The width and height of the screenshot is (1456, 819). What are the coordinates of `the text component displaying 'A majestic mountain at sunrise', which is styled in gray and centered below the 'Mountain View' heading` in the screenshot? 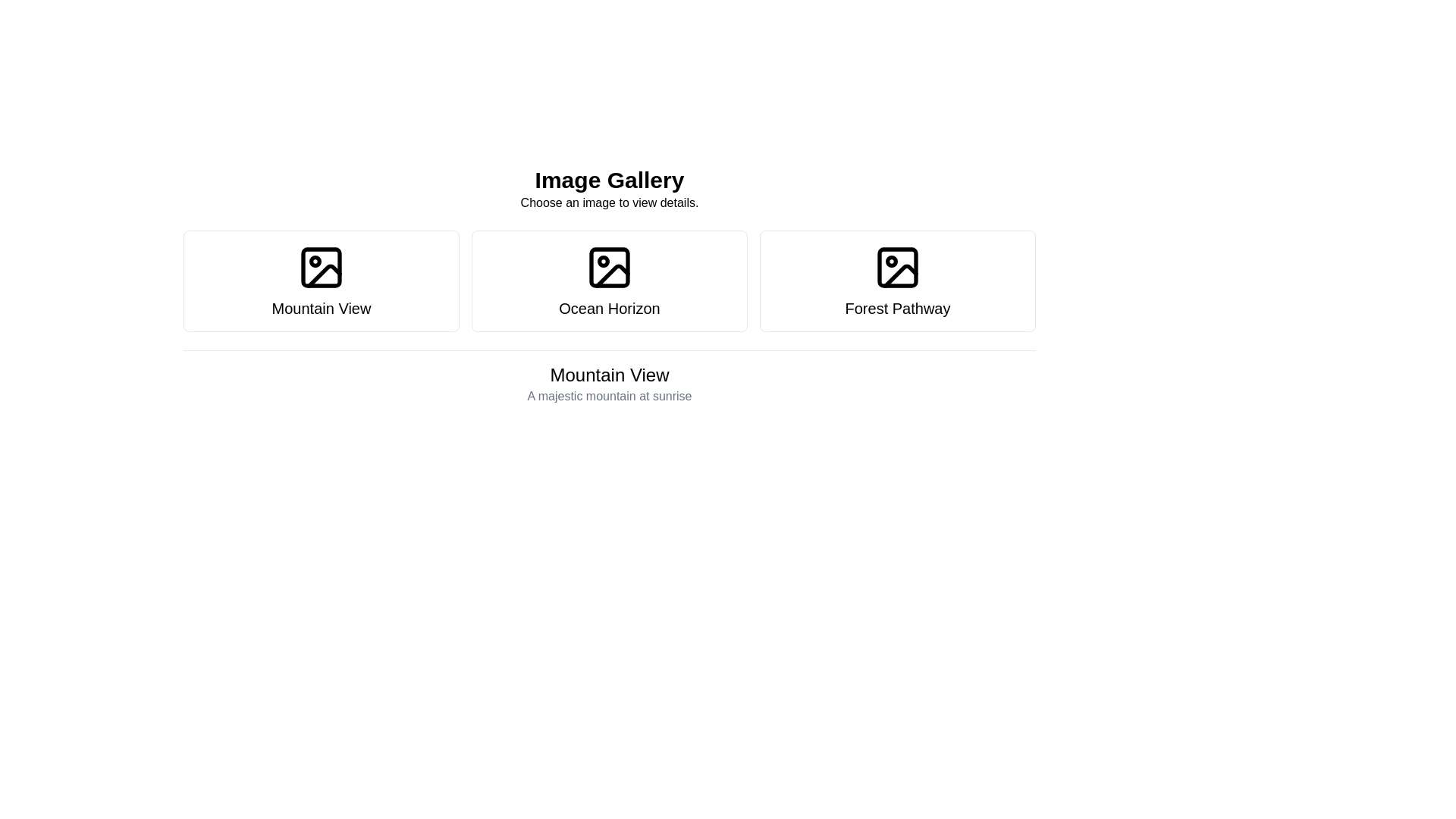 It's located at (610, 396).